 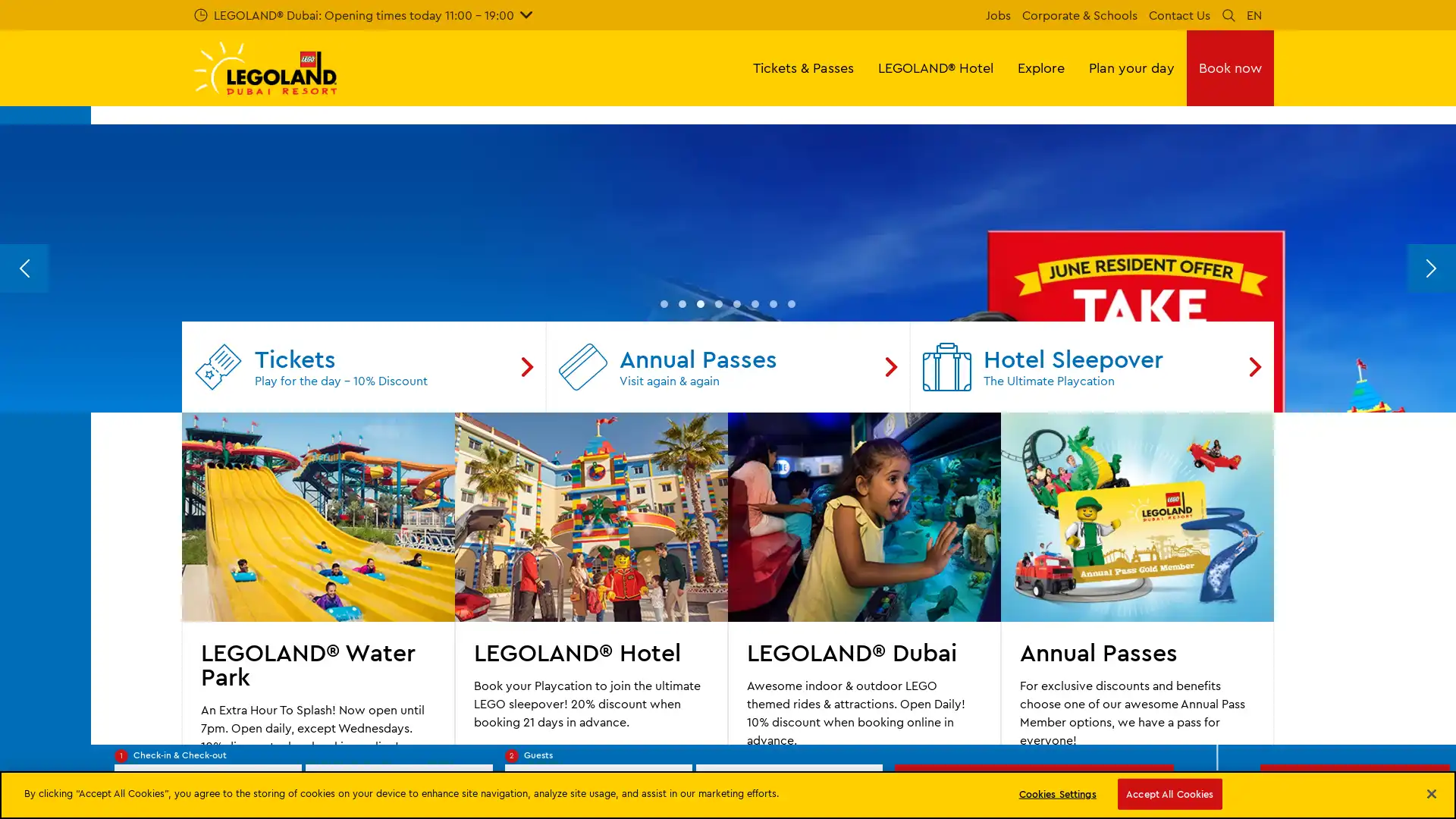 I want to click on Accept All Cookies, so click(x=1169, y=792).